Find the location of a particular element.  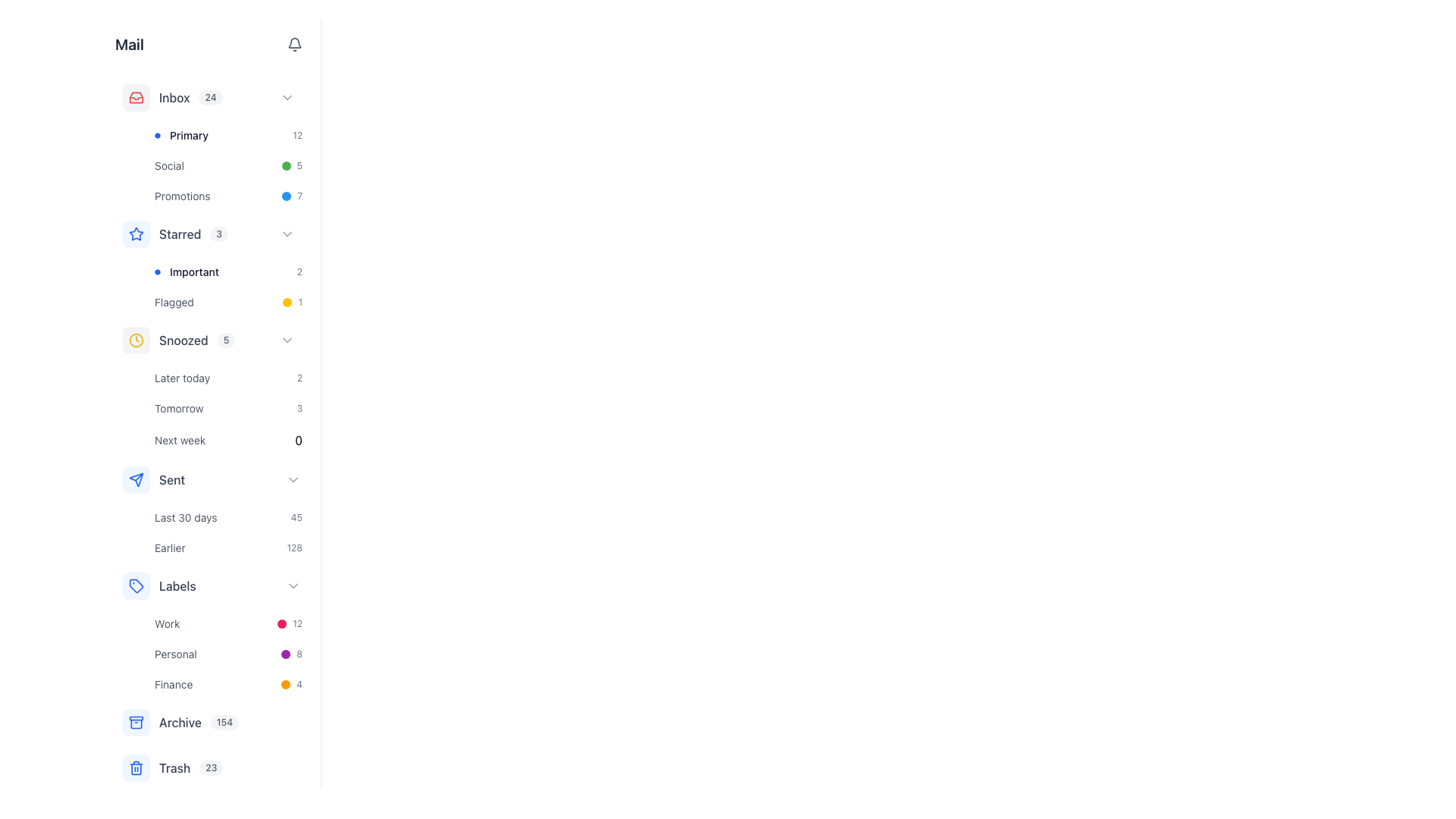

the arrow icon to the right of the 'Inbox 24' label is located at coordinates (287, 97).